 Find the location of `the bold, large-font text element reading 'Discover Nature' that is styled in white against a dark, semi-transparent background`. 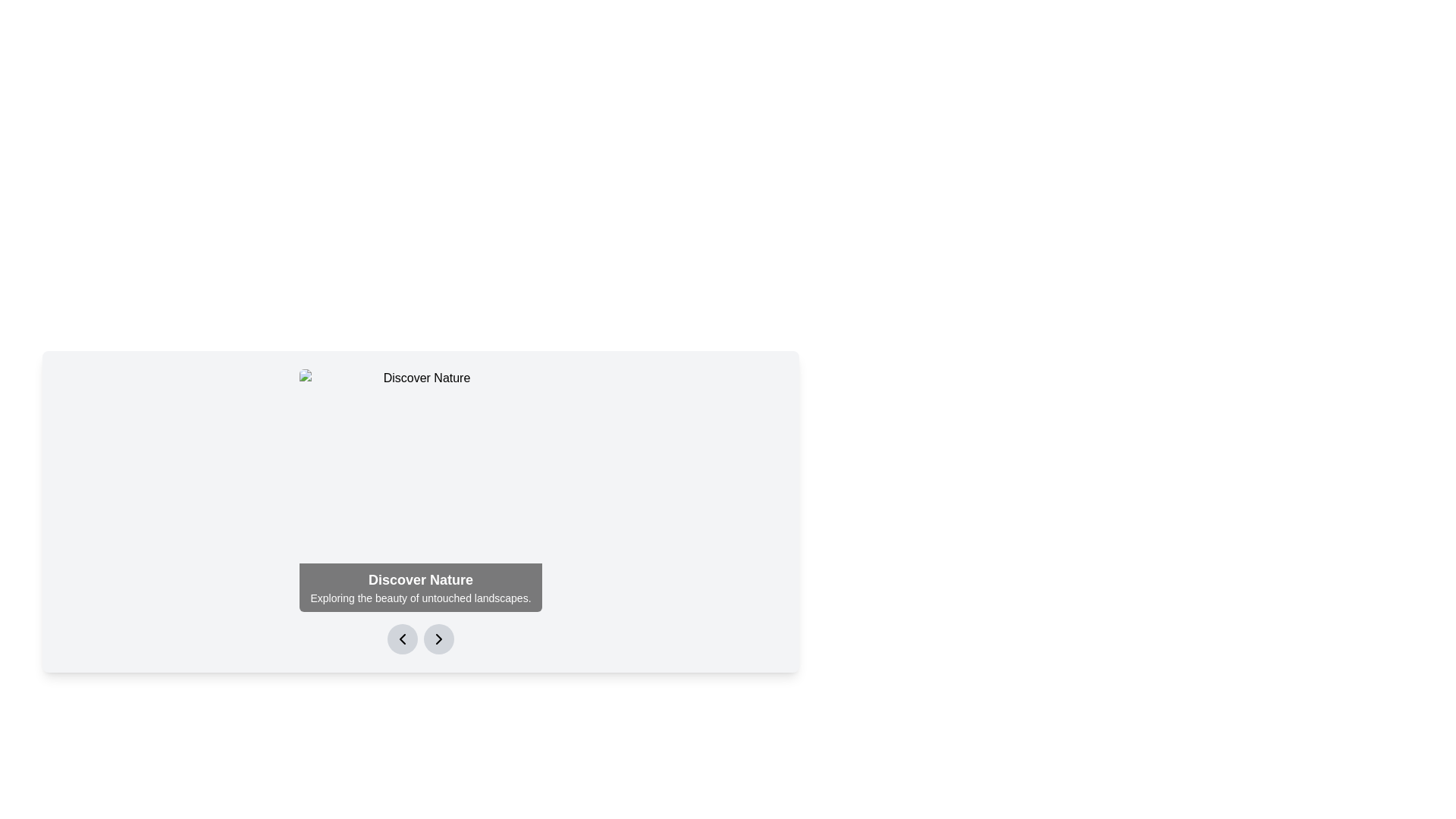

the bold, large-font text element reading 'Discover Nature' that is styled in white against a dark, semi-transparent background is located at coordinates (421, 579).